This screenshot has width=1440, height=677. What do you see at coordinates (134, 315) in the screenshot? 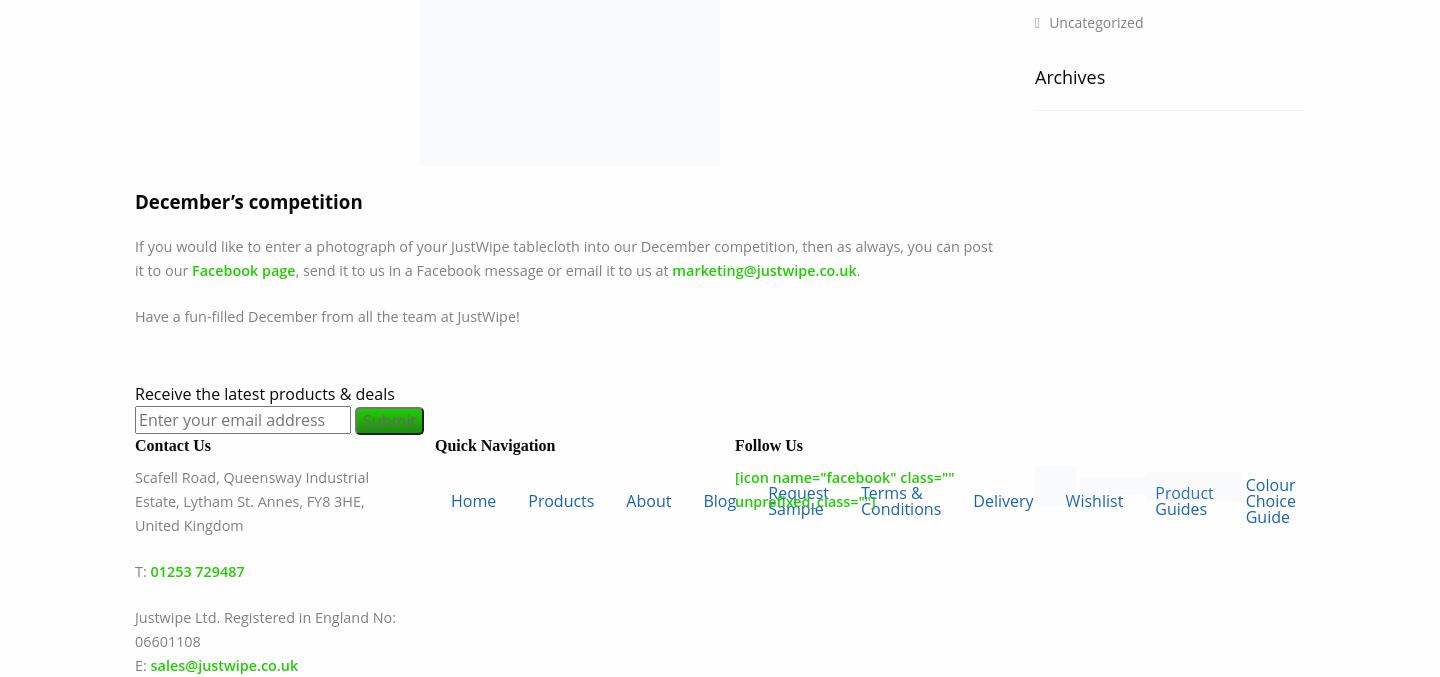
I see `'Have a fun-filled December from all the team at JustWipe!'` at bounding box center [134, 315].